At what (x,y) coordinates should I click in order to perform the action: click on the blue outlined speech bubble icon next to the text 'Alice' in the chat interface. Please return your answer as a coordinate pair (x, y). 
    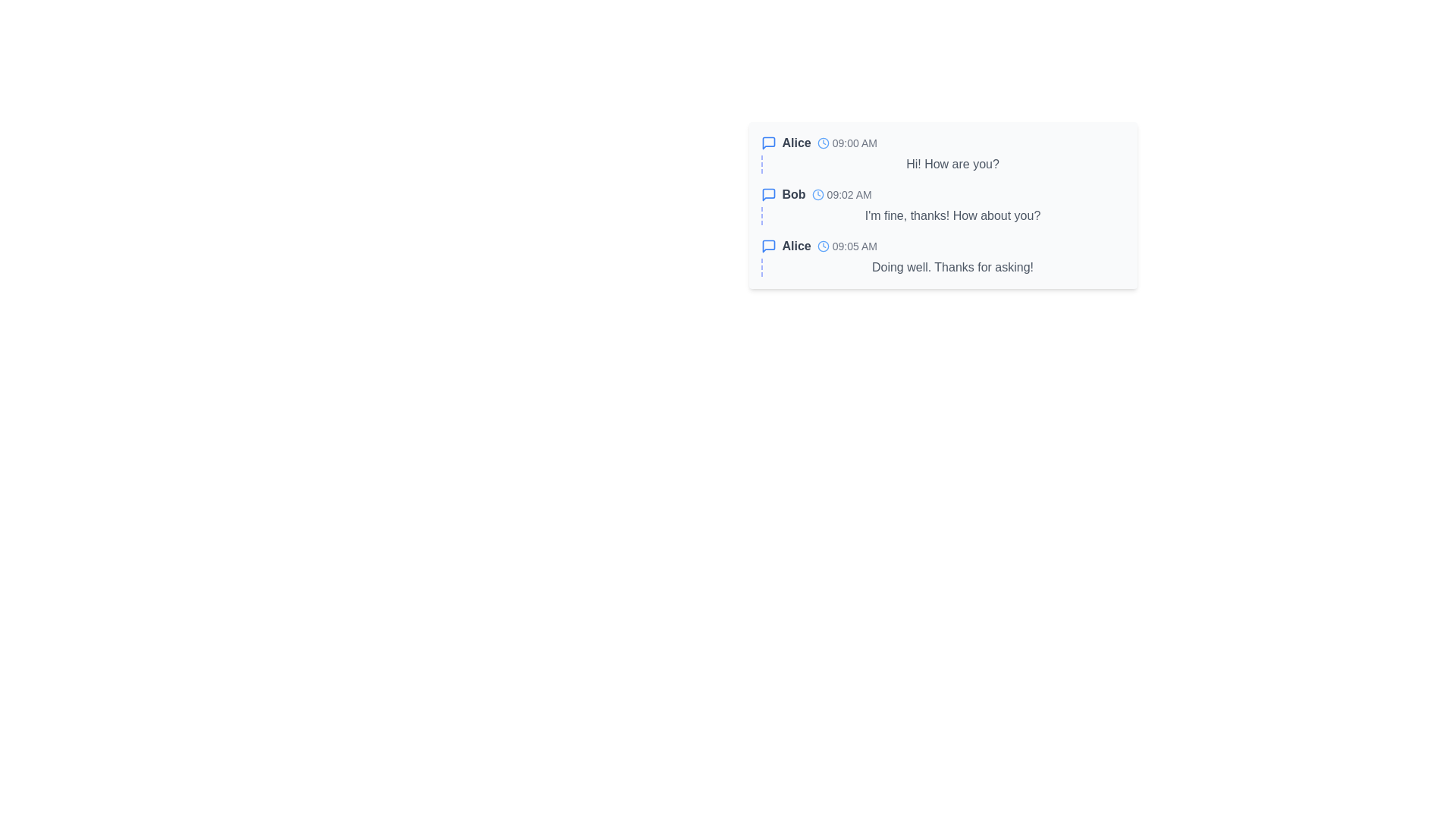
    Looking at the image, I should click on (768, 245).